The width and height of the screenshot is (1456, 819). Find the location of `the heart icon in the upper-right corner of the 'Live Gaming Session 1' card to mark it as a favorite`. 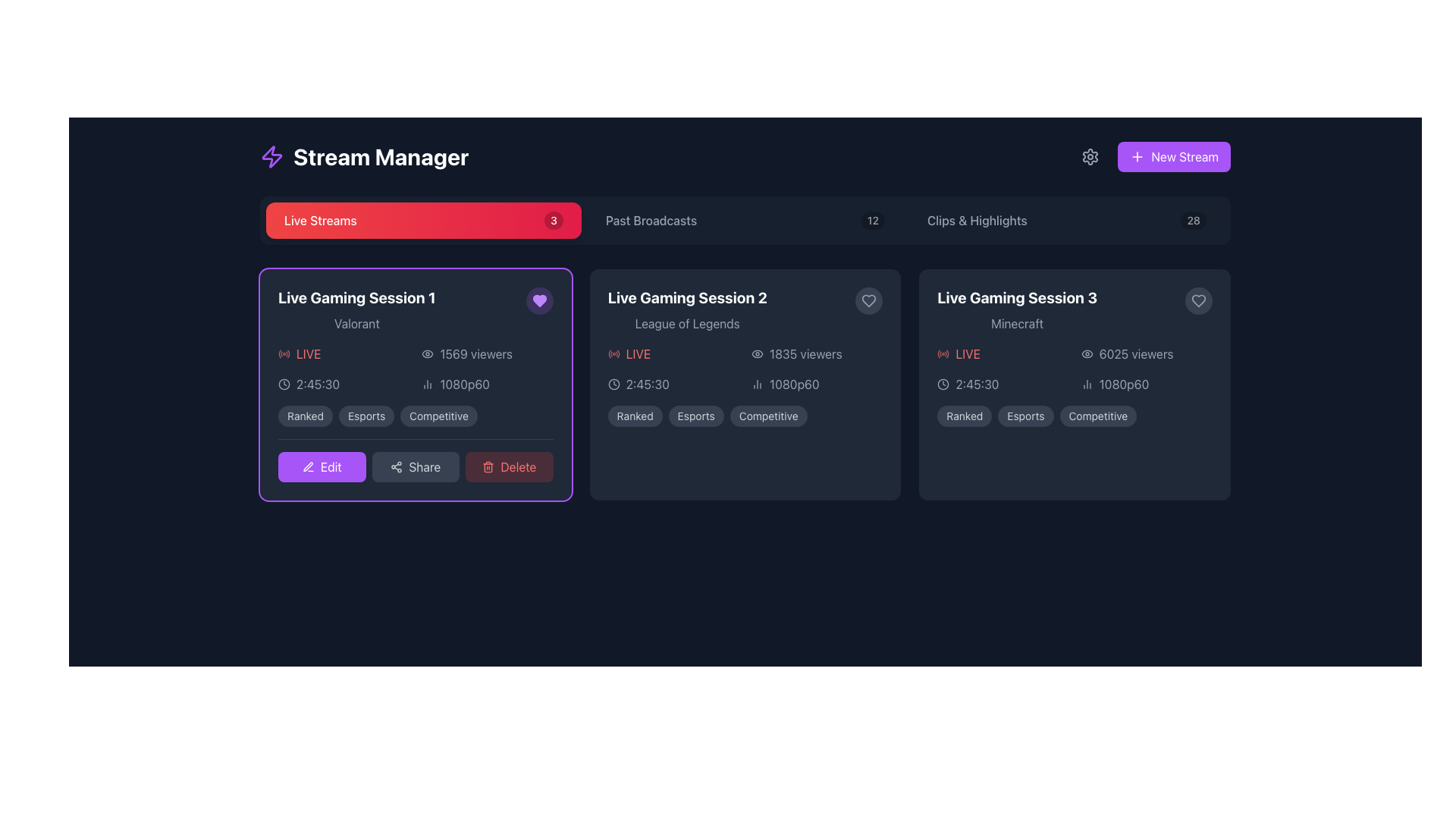

the heart icon in the upper-right corner of the 'Live Gaming Session 1' card to mark it as a favorite is located at coordinates (1197, 301).